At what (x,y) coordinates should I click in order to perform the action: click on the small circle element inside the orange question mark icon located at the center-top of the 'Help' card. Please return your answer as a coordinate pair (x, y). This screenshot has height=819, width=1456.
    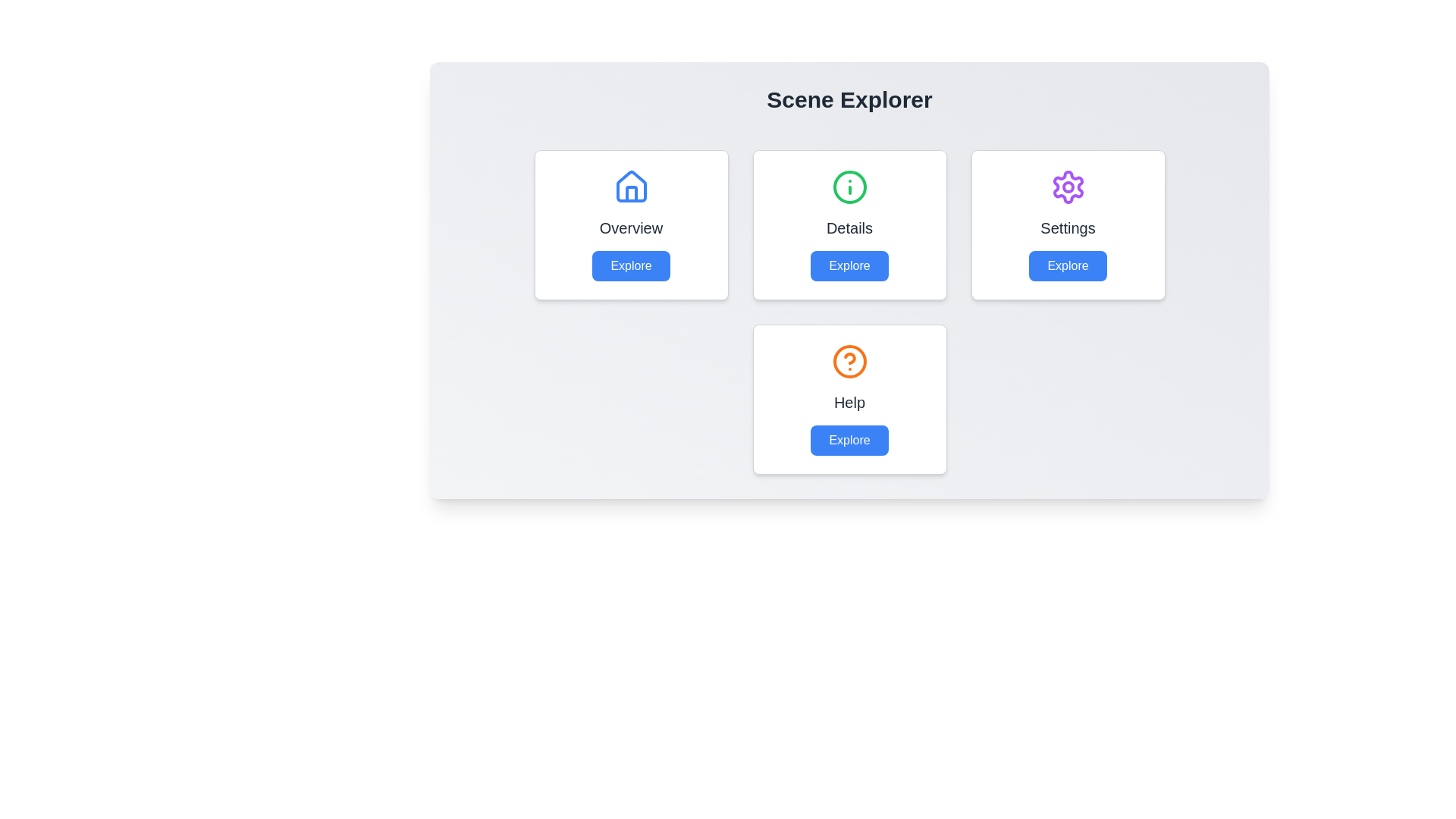
    Looking at the image, I should click on (849, 362).